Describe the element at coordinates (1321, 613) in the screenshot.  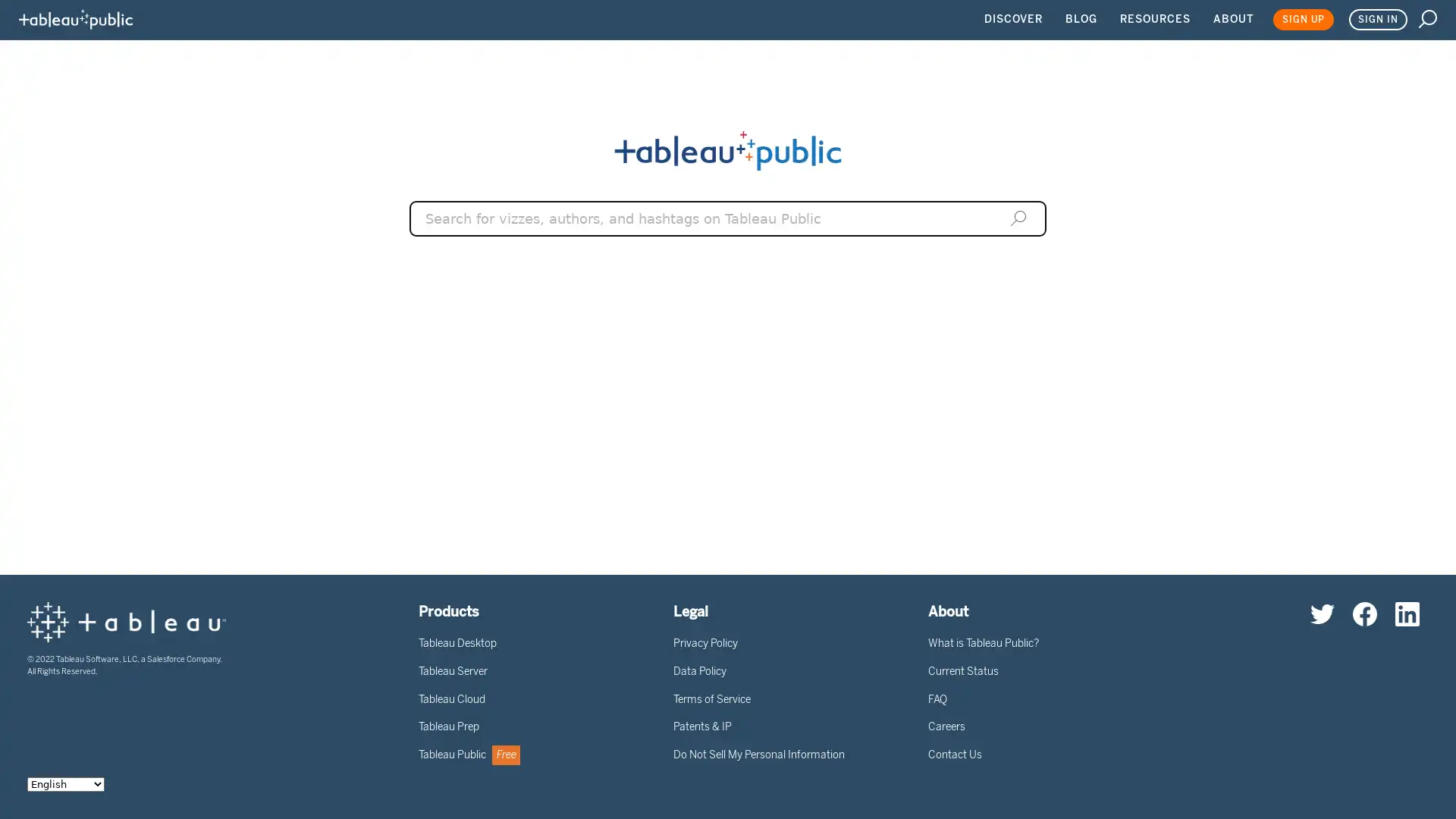
I see `Twitter link` at that location.